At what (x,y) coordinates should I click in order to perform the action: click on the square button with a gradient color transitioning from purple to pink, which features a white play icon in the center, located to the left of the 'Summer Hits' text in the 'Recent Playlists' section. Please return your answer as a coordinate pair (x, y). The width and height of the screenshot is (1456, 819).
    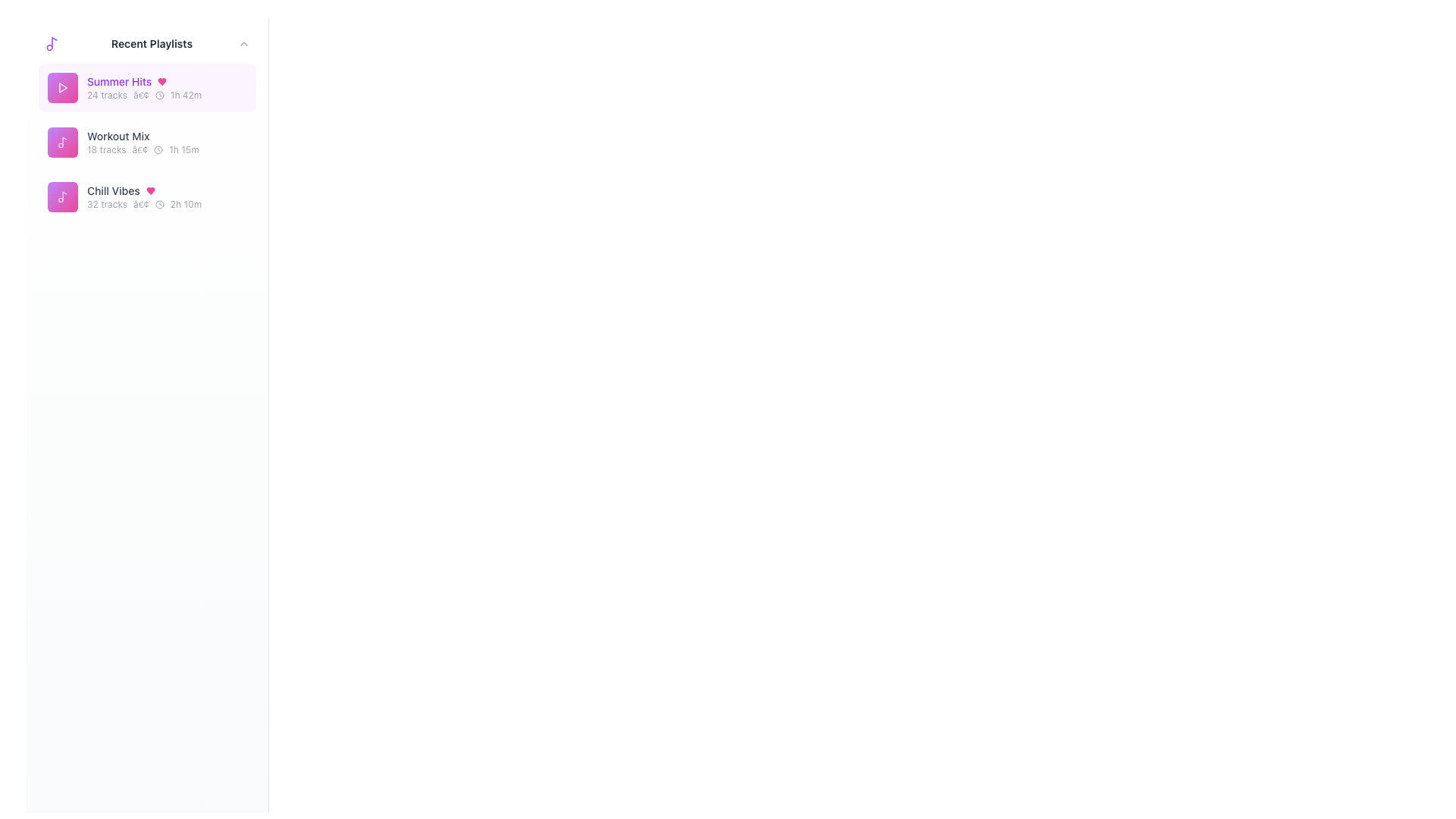
    Looking at the image, I should click on (61, 87).